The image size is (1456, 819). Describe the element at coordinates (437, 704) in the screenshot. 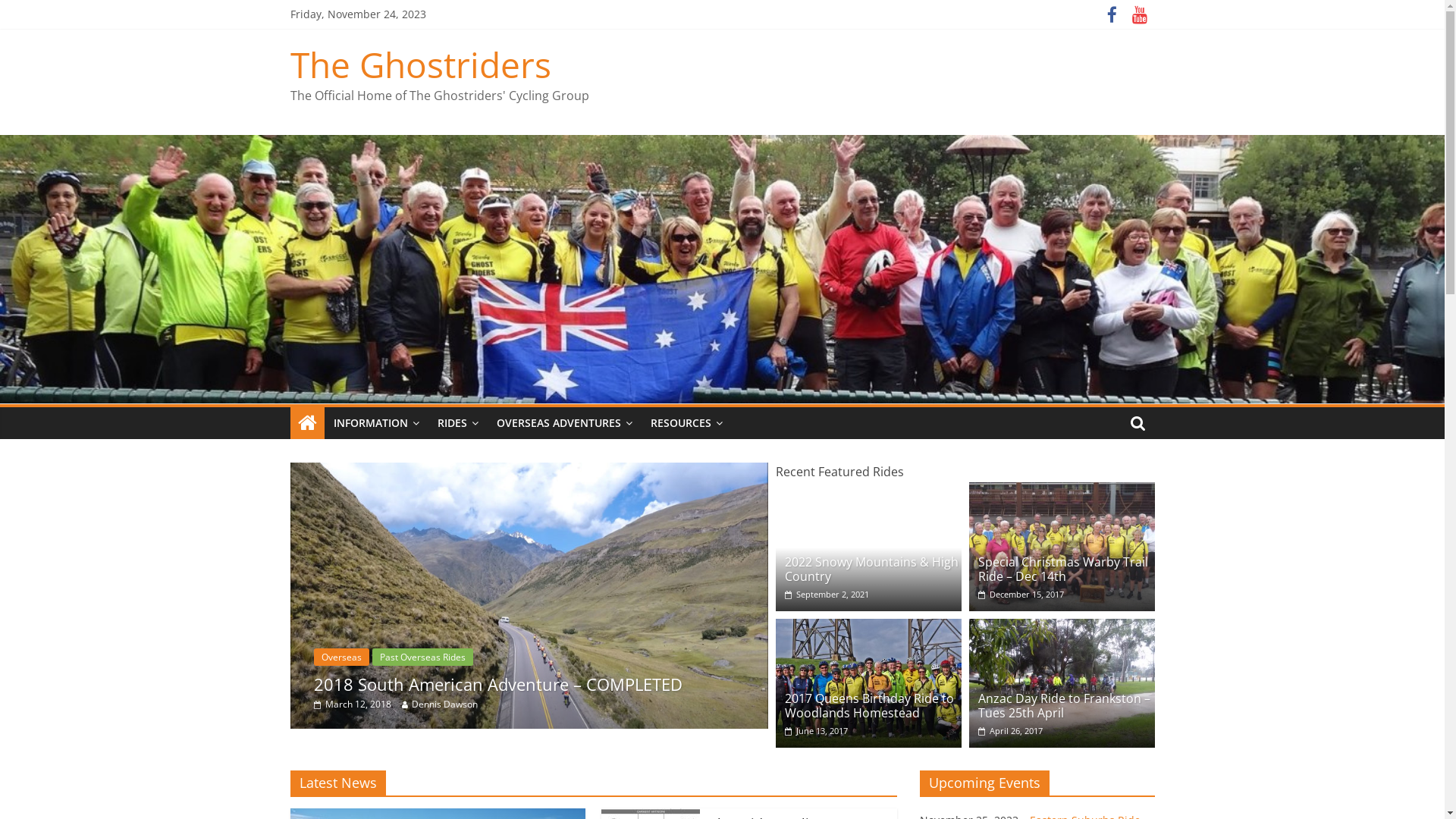

I see `'Dennis Dawson'` at that location.